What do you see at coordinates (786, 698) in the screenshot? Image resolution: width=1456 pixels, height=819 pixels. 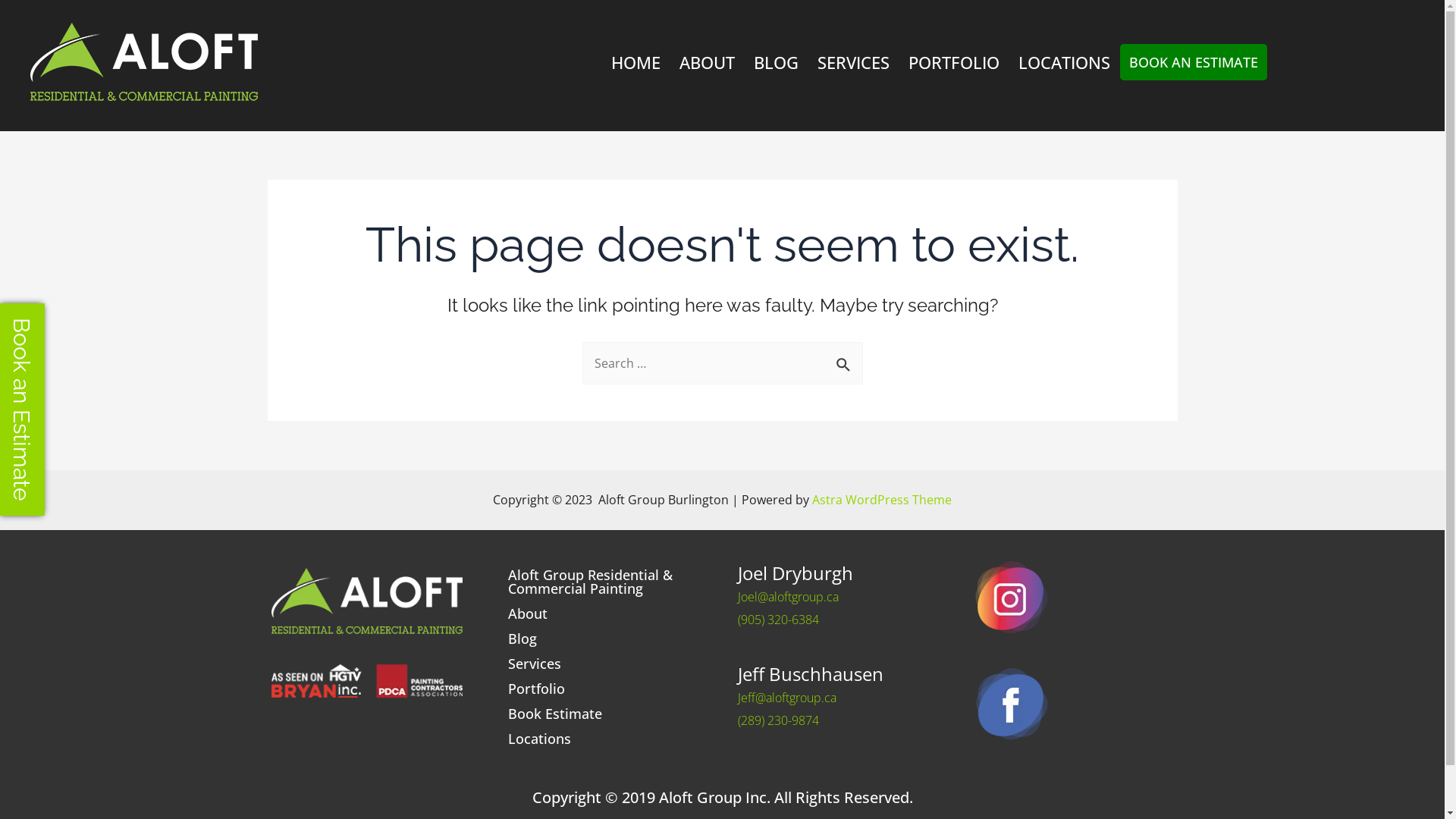 I see `'Jeff@aloftgroup.ca'` at bounding box center [786, 698].